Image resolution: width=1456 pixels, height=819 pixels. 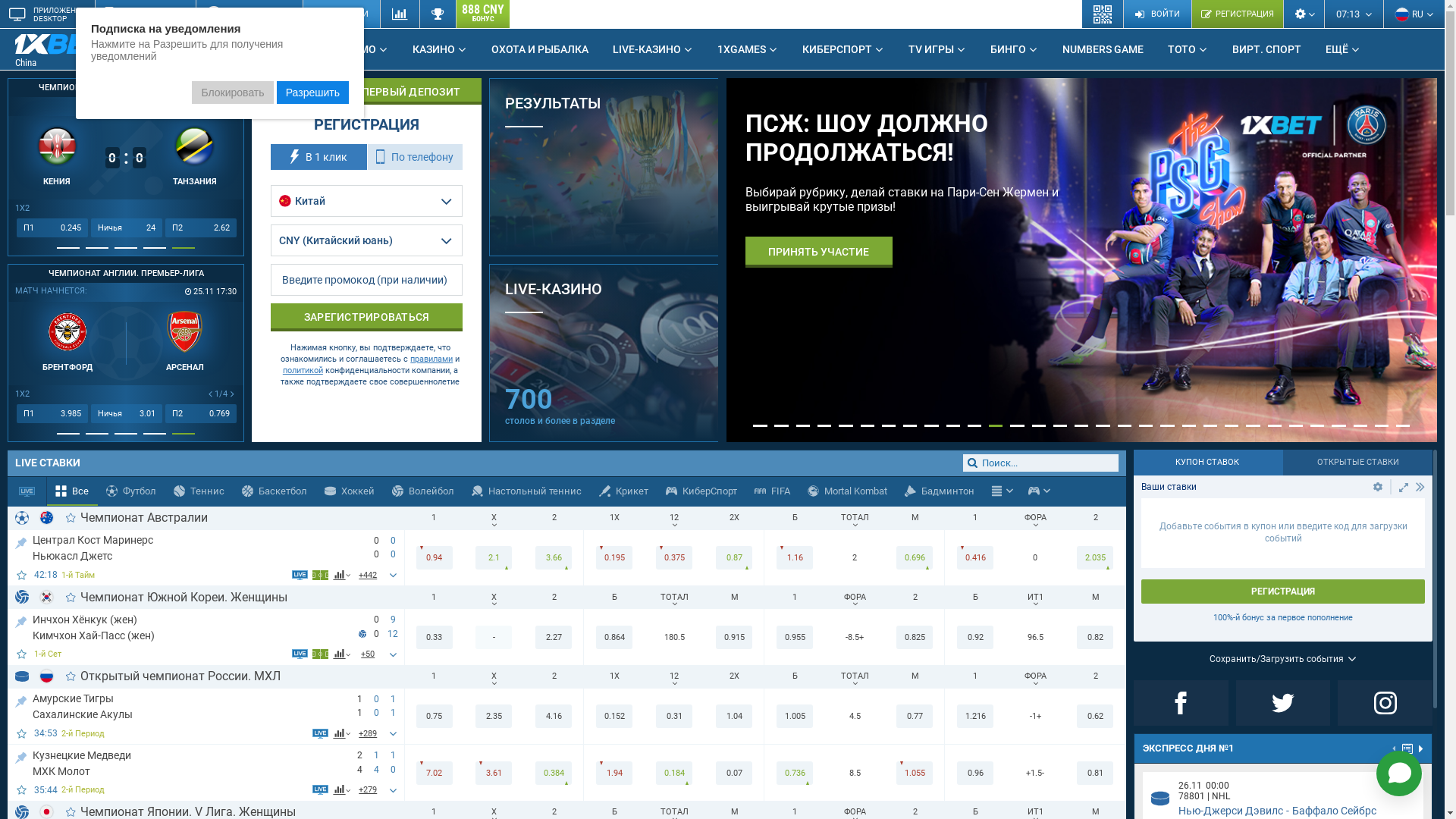 What do you see at coordinates (847, 491) in the screenshot?
I see `'Mortal Kombat'` at bounding box center [847, 491].